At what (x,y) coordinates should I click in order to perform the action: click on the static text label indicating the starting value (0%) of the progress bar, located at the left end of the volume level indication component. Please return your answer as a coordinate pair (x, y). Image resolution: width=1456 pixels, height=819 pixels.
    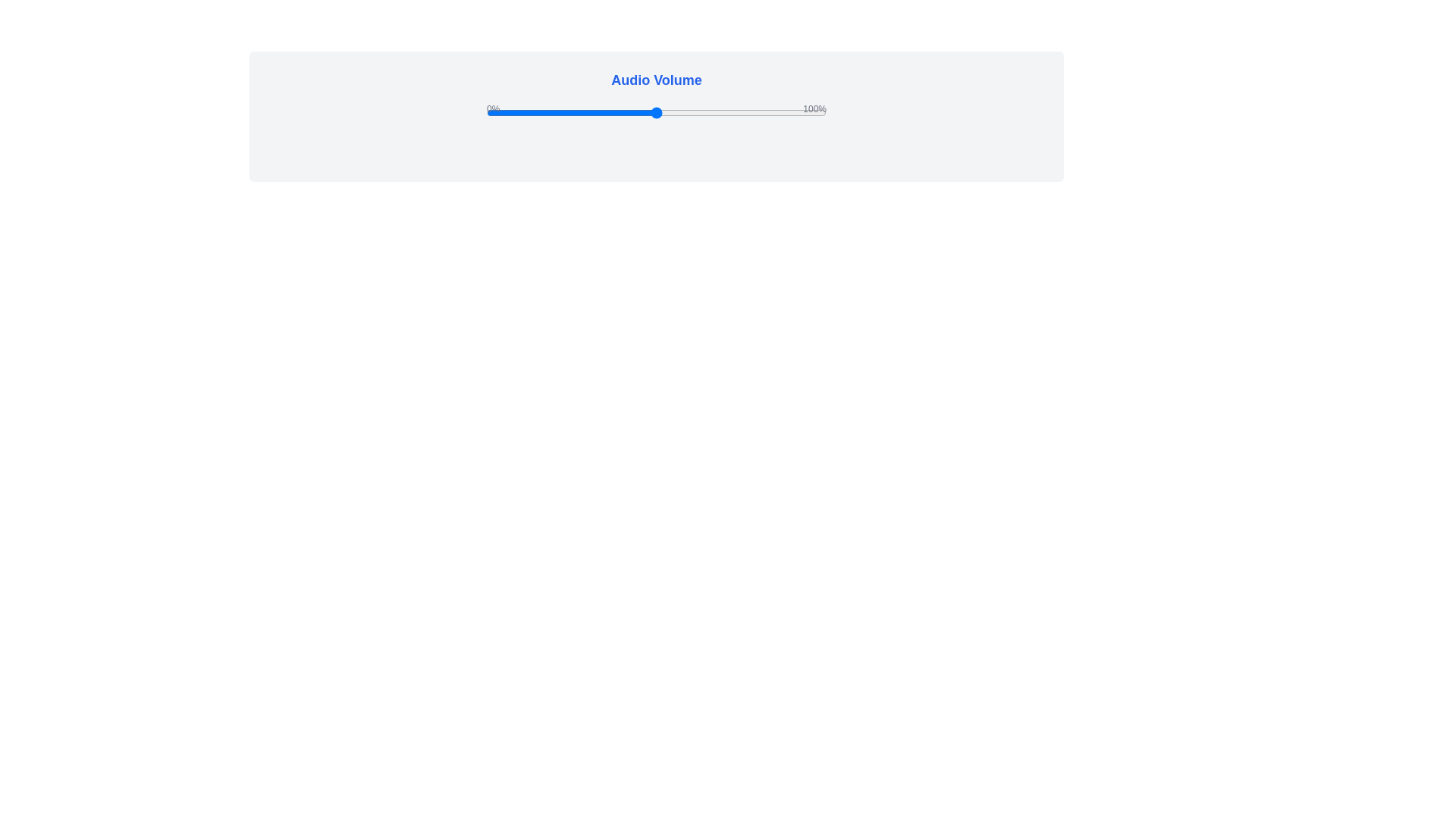
    Looking at the image, I should click on (493, 108).